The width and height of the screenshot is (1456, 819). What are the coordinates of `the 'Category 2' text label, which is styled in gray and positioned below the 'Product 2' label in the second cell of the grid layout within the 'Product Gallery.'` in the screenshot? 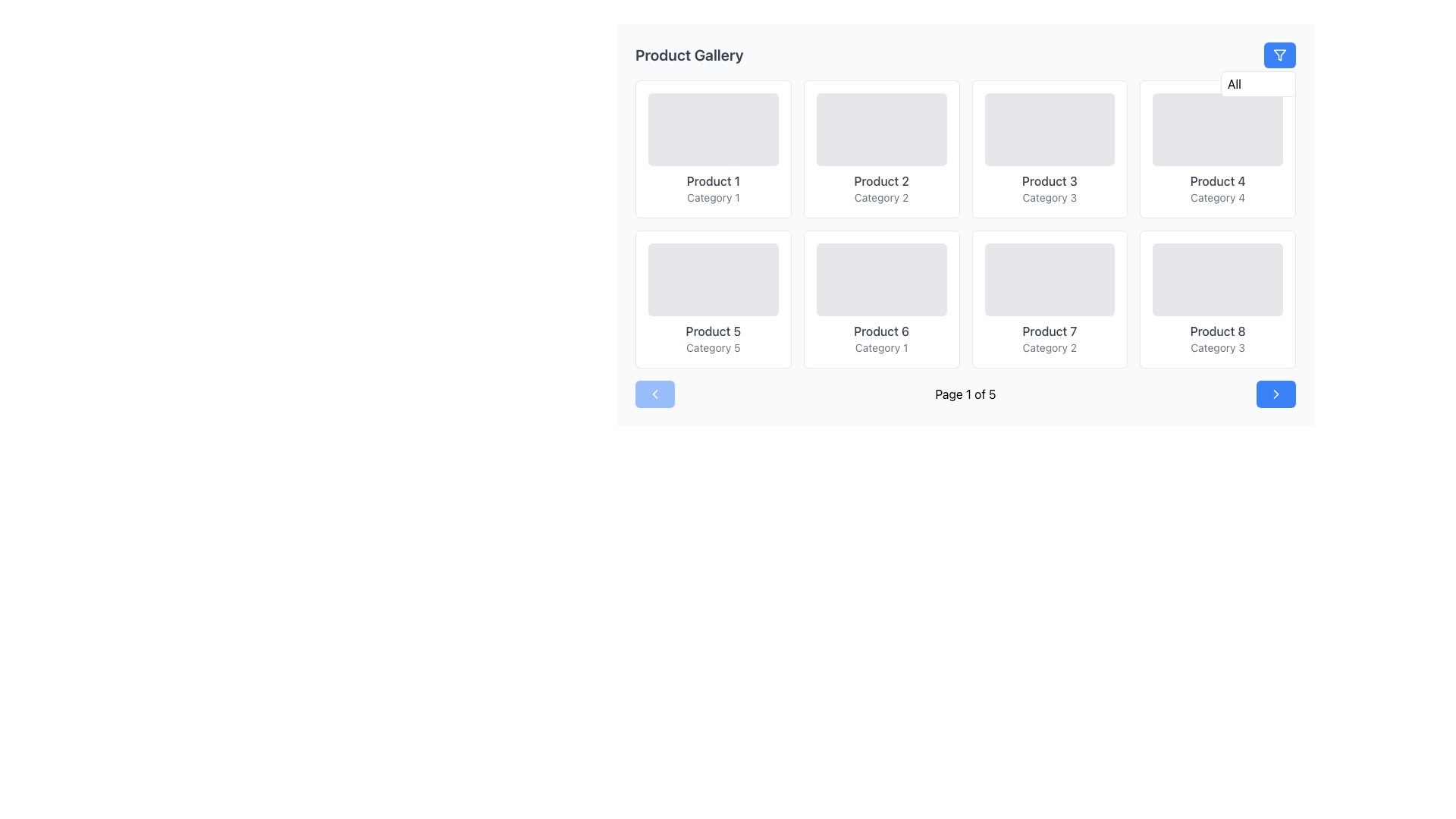 It's located at (881, 197).